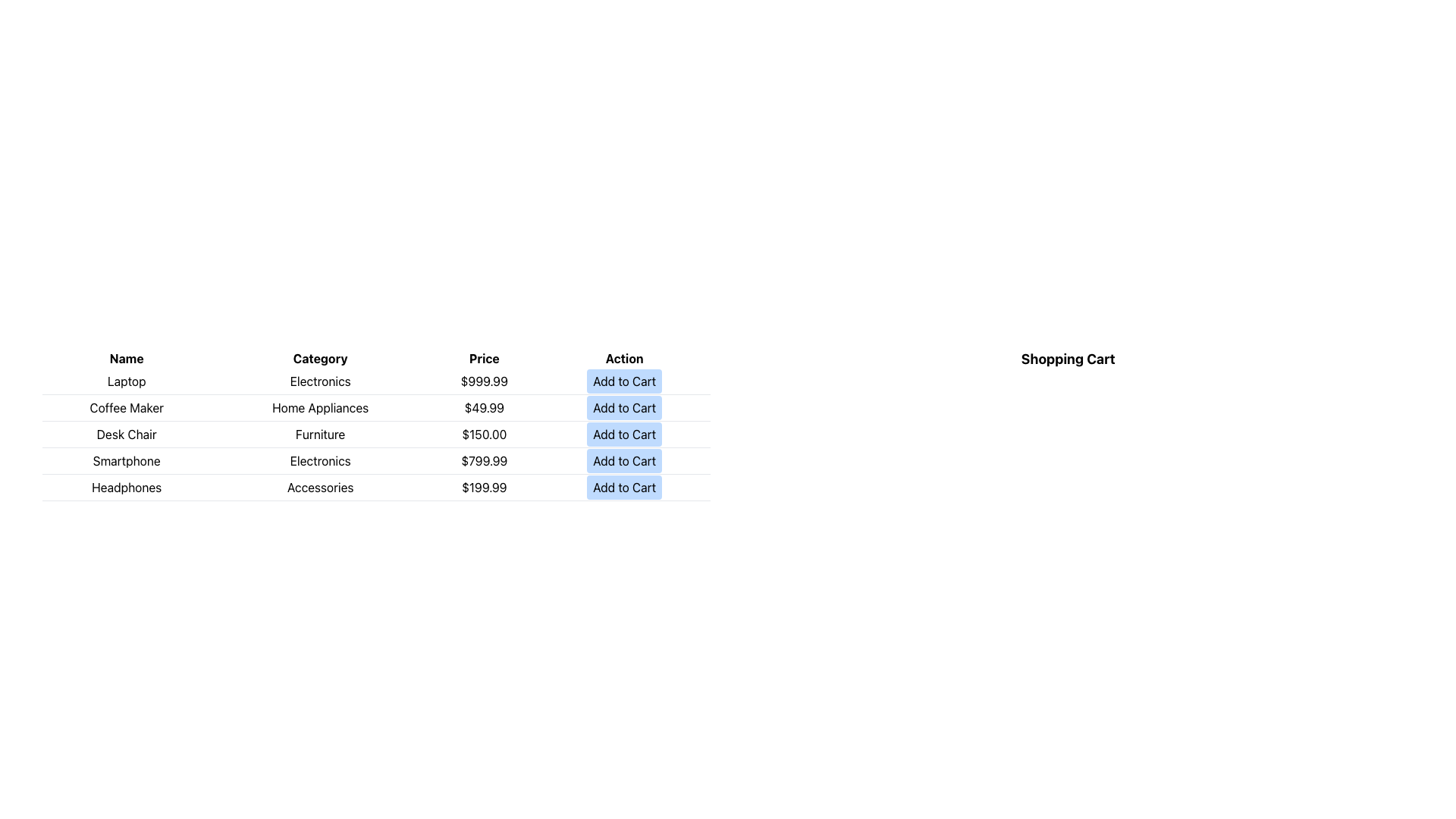 This screenshot has height=819, width=1456. What do you see at coordinates (483, 381) in the screenshot?
I see `price displayed in the static text label located in the third column of the table, which is positioned between the 'Electronics' category label and the 'Add to Cart' button` at bounding box center [483, 381].